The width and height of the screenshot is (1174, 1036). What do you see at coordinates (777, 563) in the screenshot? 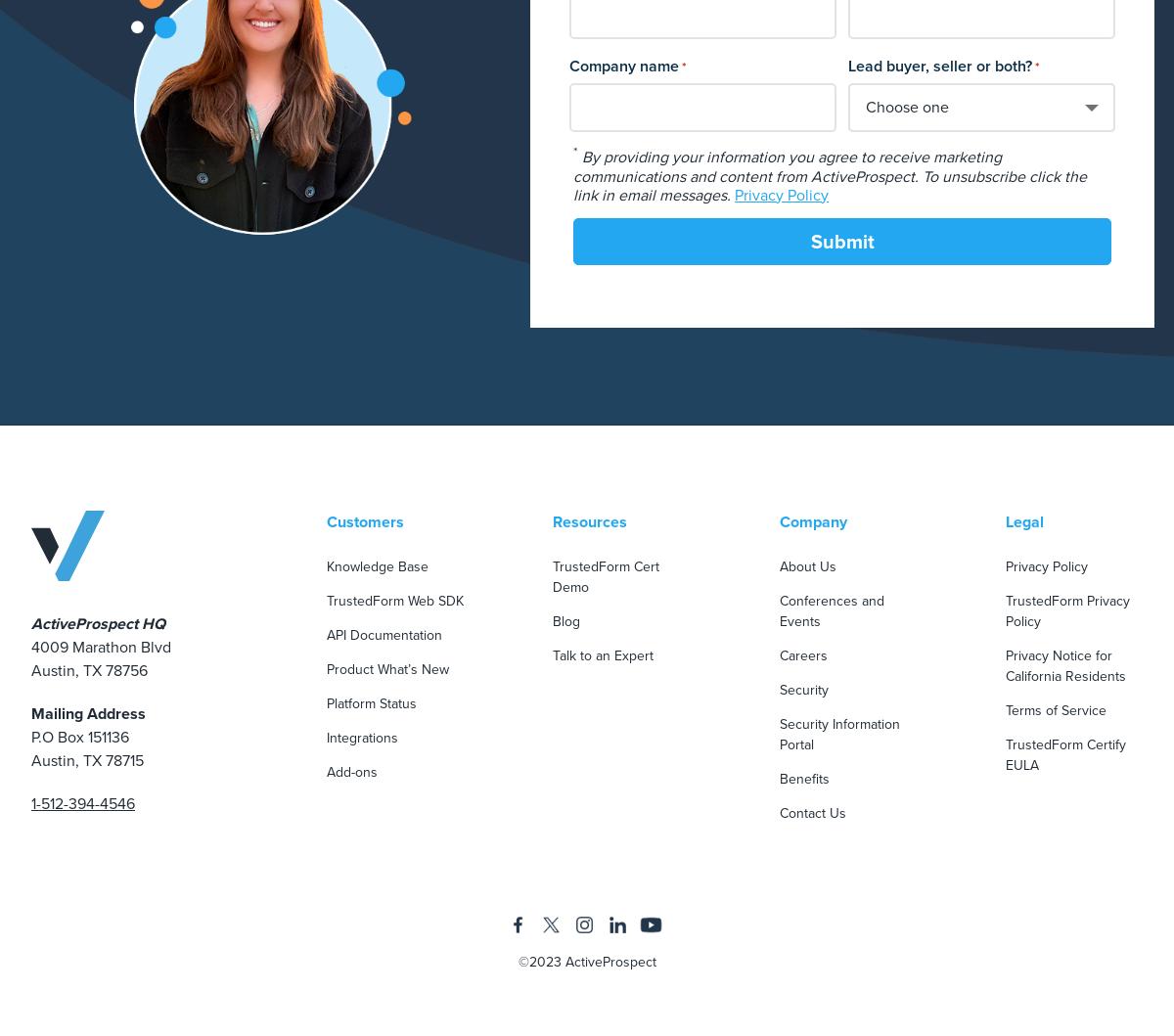
I see `'About Us'` at bounding box center [777, 563].